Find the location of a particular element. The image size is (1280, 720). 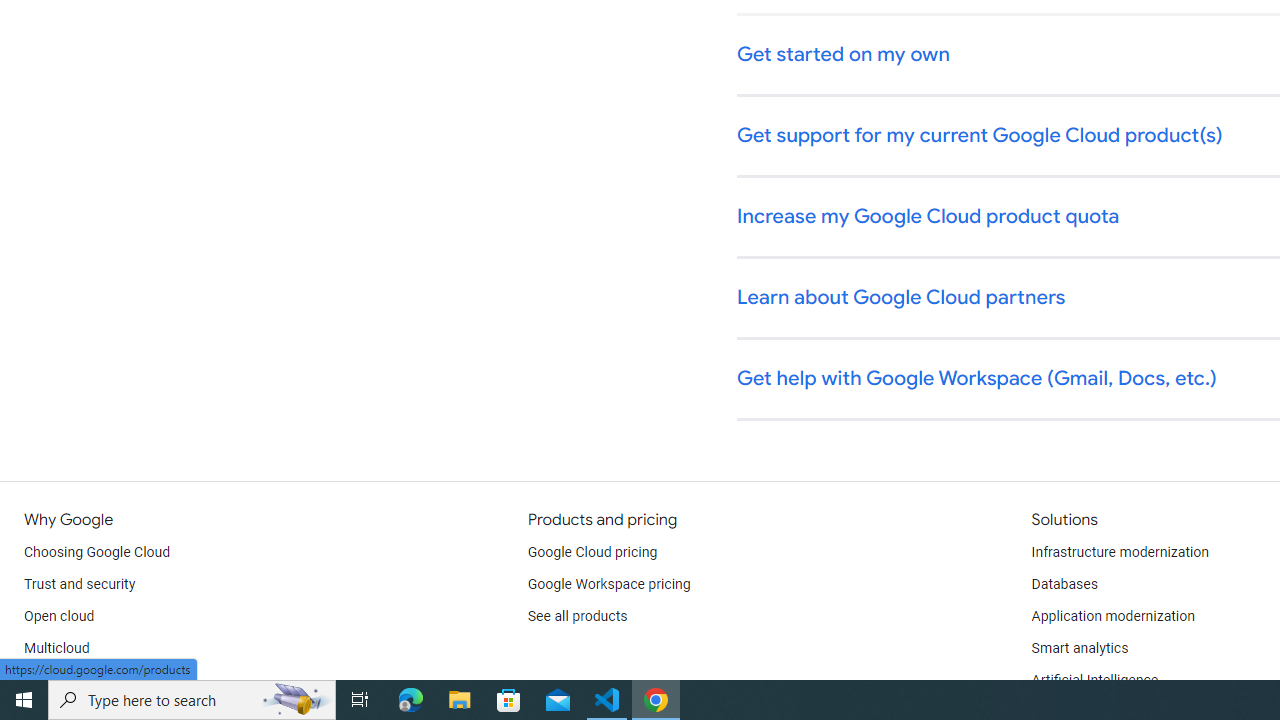

'Global infrastructure' is located at coordinates (87, 680).